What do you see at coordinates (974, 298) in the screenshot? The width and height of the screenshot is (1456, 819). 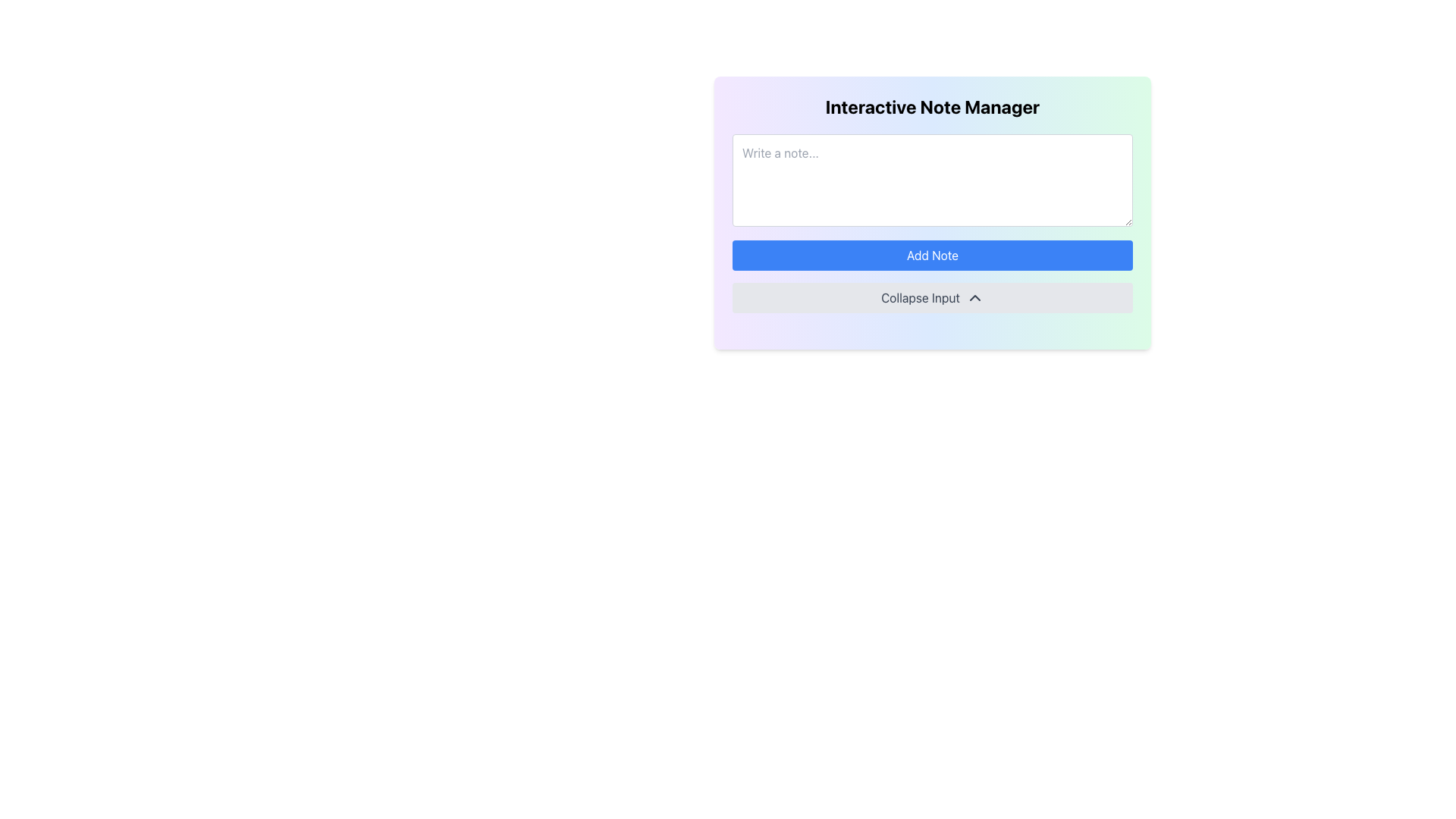 I see `the Chevron-up indicator icon located inside the 'Collapse Input' button, positioned at the lower section of the interface, near the right edge of the button` at bounding box center [974, 298].